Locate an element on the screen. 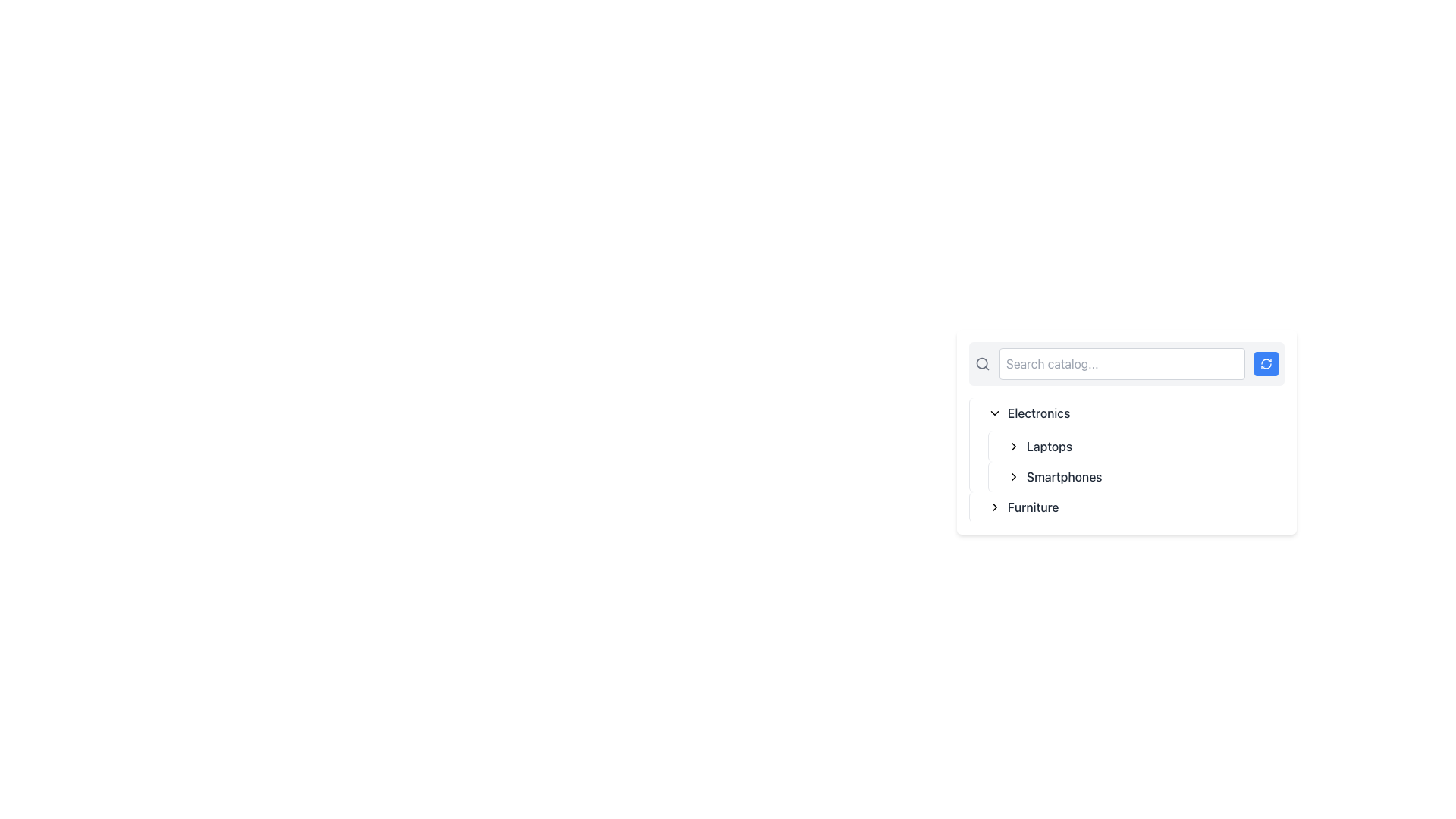 This screenshot has height=819, width=1456. the toggle icon located to the left of the 'Smartphones' text is located at coordinates (1014, 475).